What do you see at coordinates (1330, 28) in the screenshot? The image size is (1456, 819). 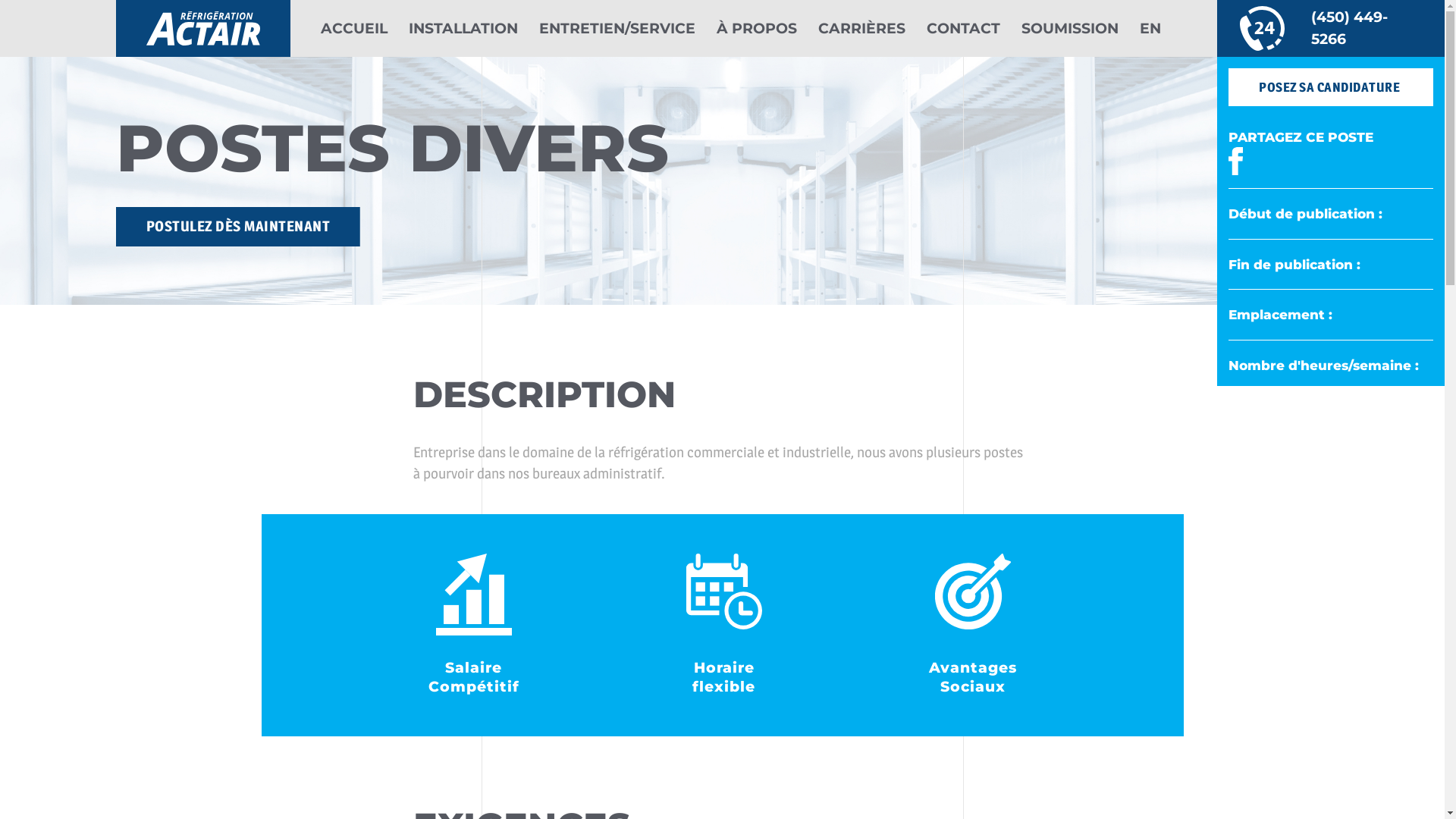 I see `'(450) 449-5266'` at bounding box center [1330, 28].